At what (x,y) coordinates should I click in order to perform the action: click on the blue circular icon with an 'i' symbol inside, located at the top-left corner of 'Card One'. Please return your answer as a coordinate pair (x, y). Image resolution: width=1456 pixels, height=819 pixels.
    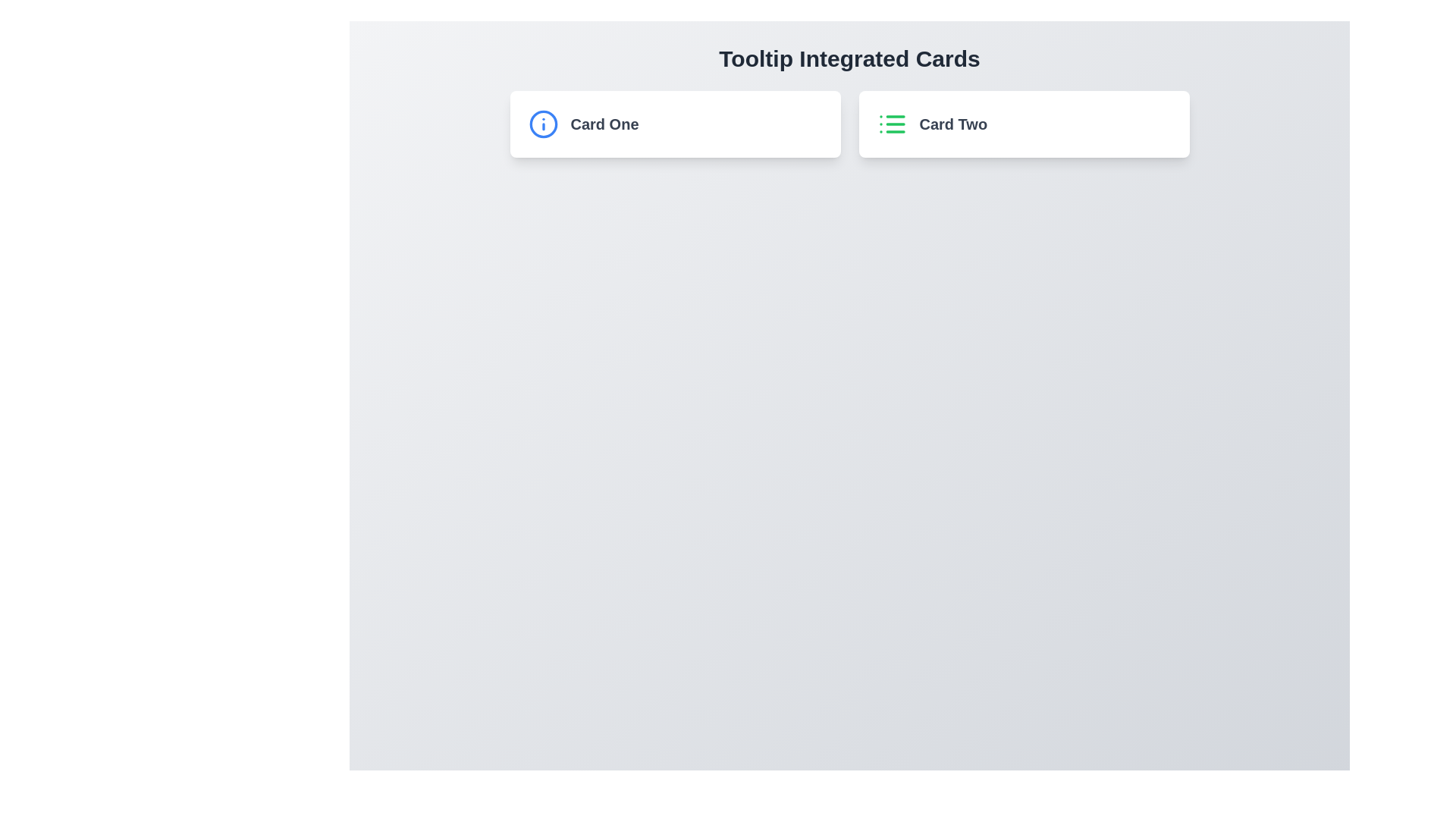
    Looking at the image, I should click on (543, 124).